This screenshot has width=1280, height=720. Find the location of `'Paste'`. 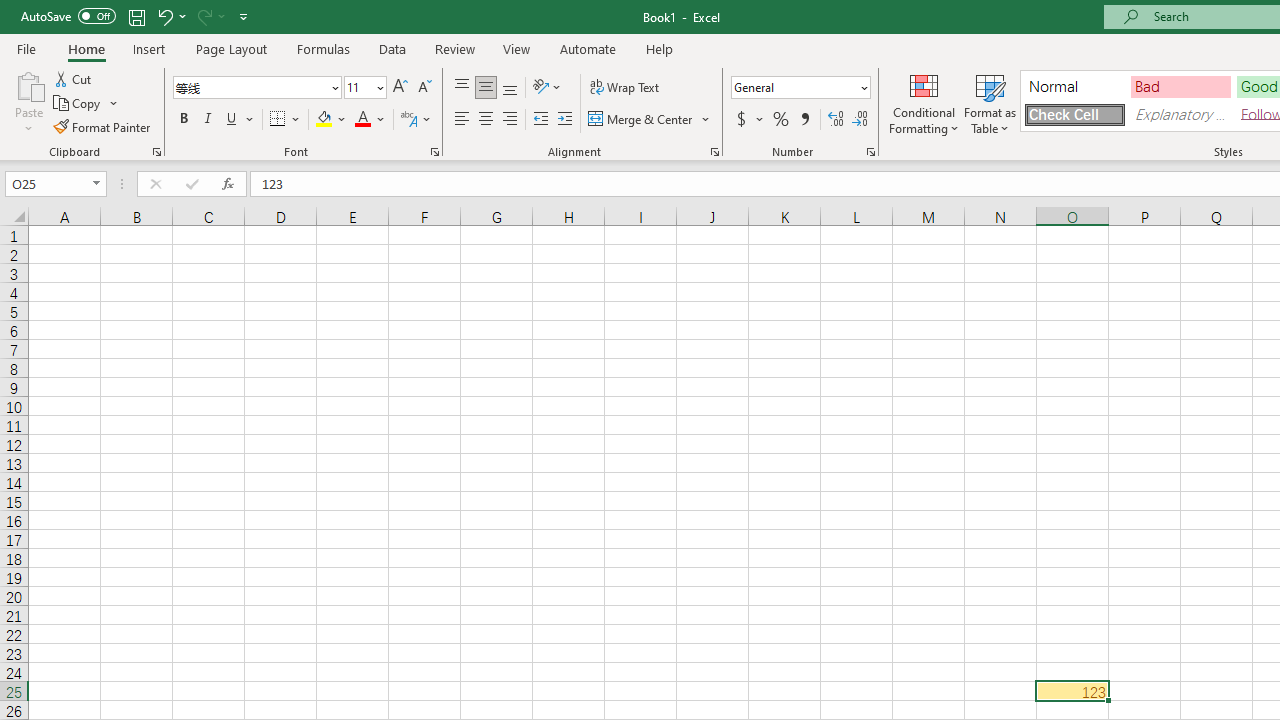

'Paste' is located at coordinates (28, 84).